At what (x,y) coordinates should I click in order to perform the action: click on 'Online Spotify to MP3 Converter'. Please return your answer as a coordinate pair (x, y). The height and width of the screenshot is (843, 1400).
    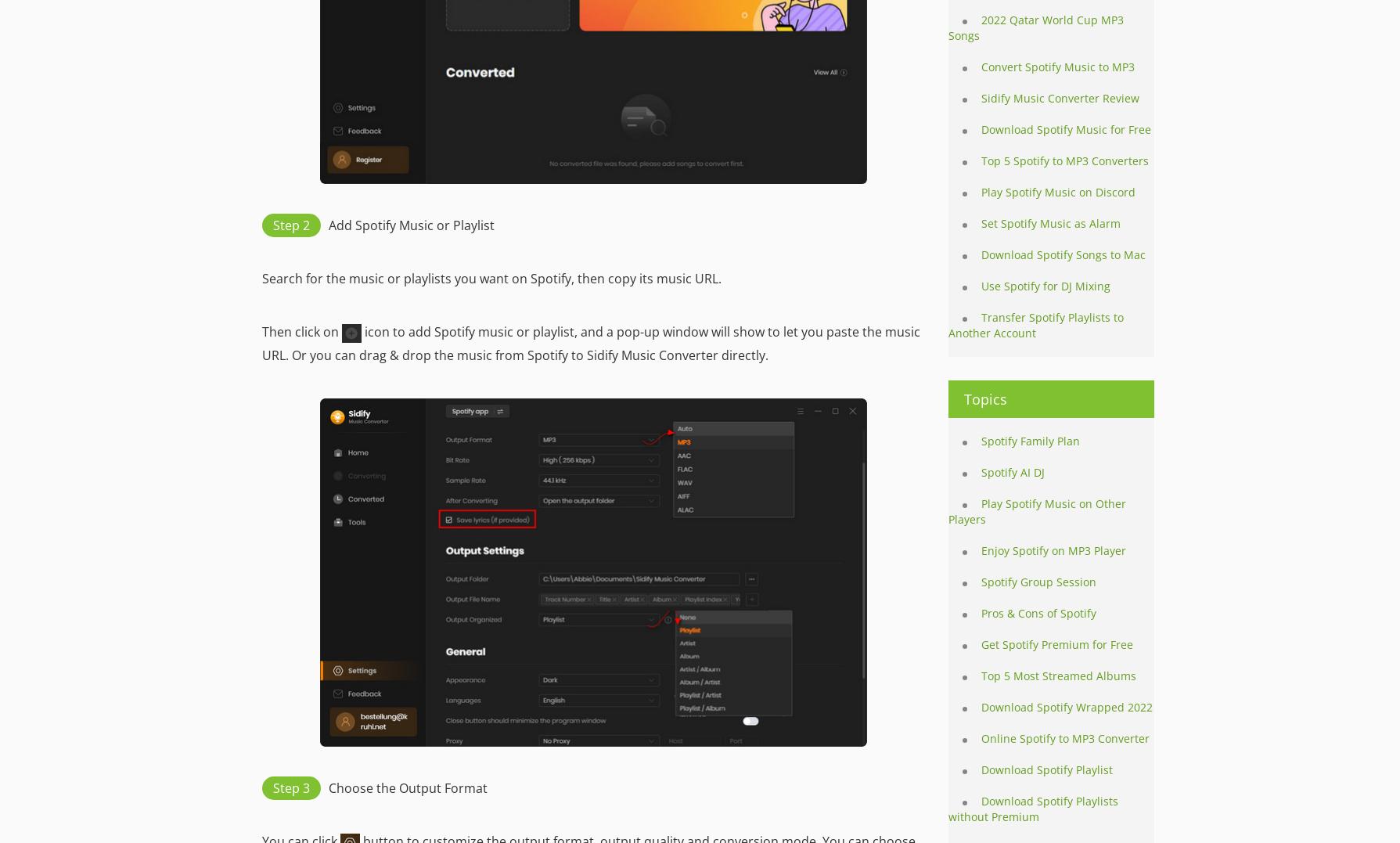
    Looking at the image, I should click on (981, 737).